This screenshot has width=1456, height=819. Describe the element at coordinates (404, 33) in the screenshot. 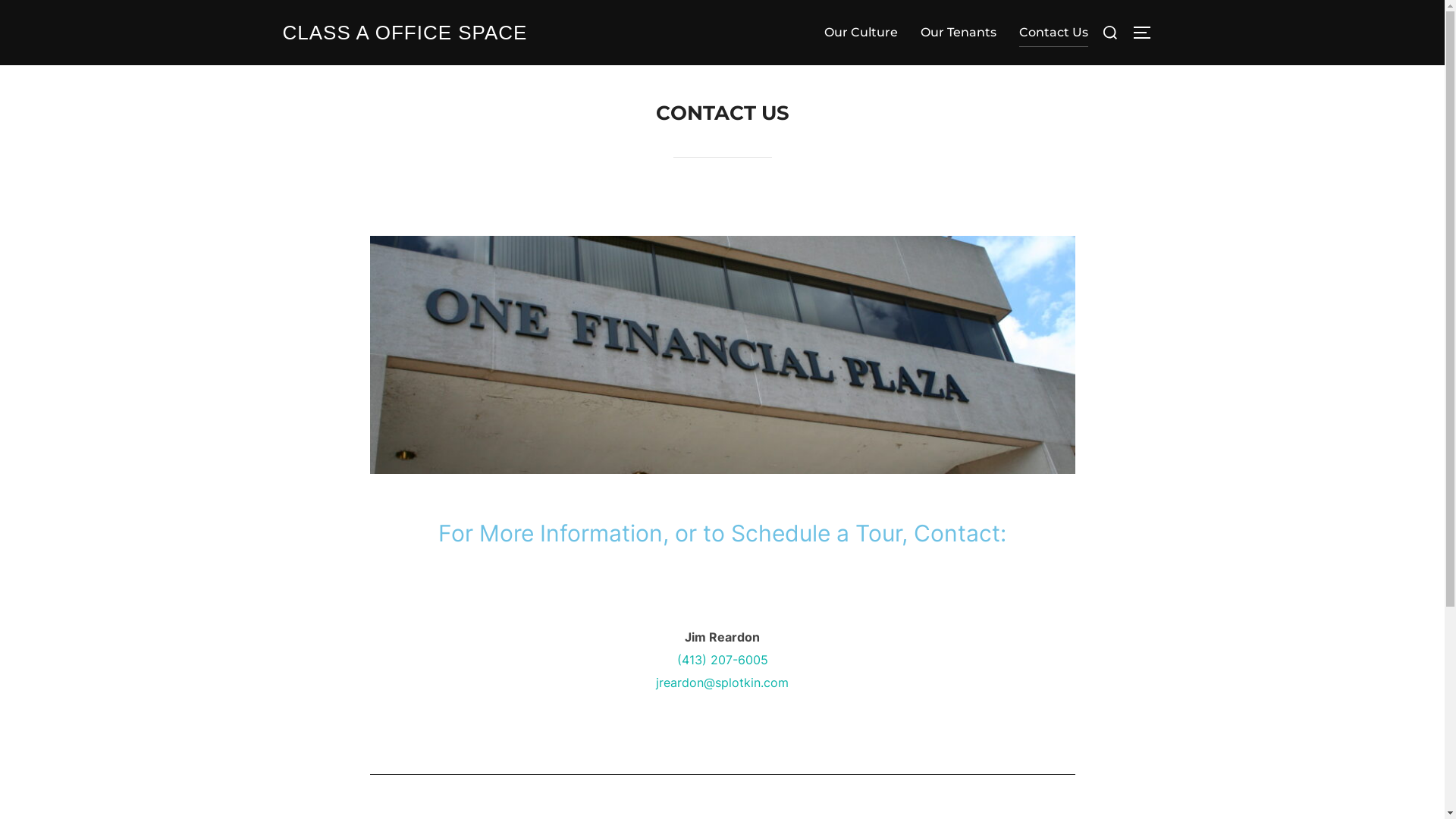

I see `'CLASS A OFFICE SPACE'` at that location.